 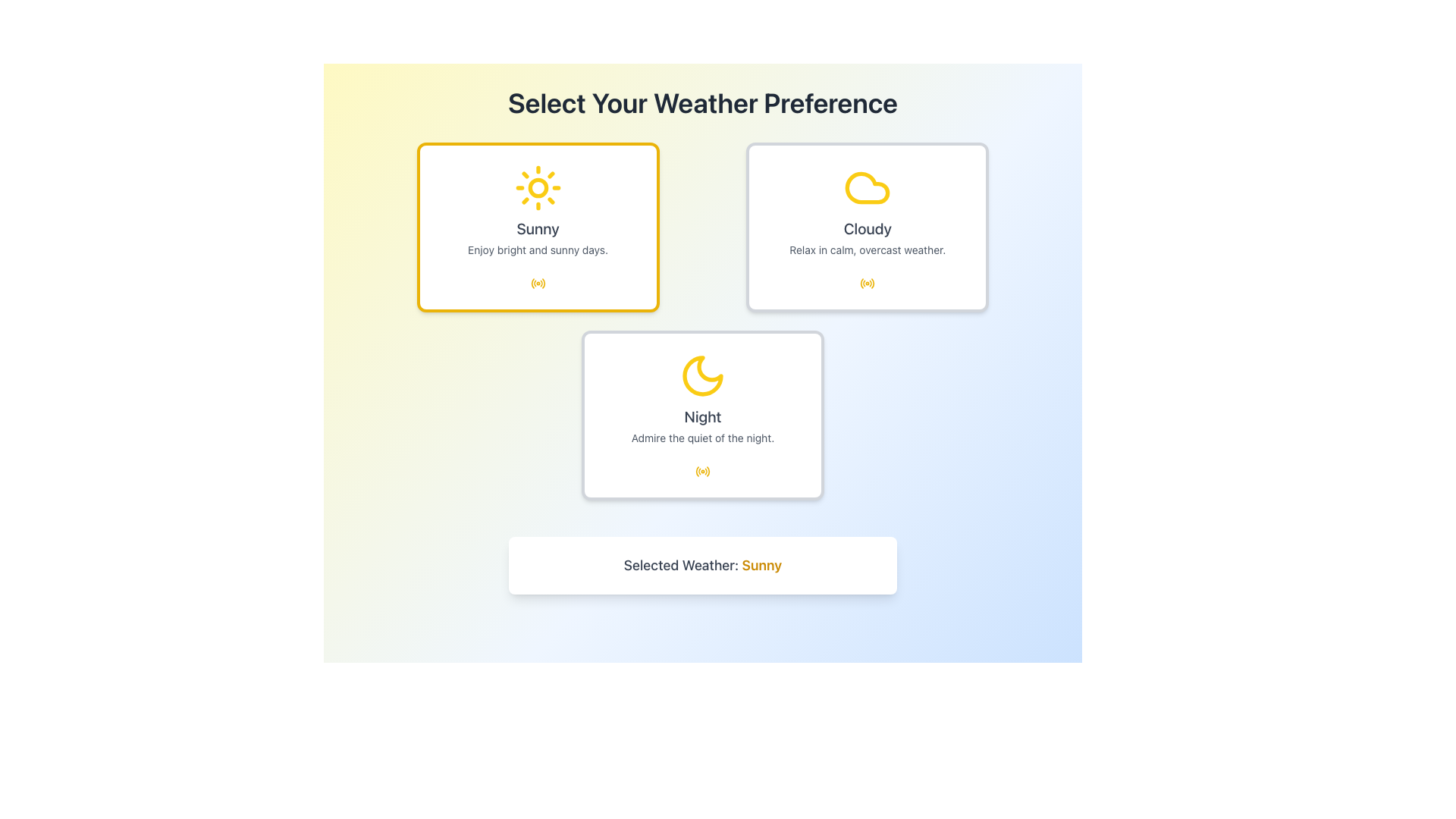 I want to click on the text display that shows the user's current weather selection, located centrally in the bottom section of the interface, so click(x=701, y=565).